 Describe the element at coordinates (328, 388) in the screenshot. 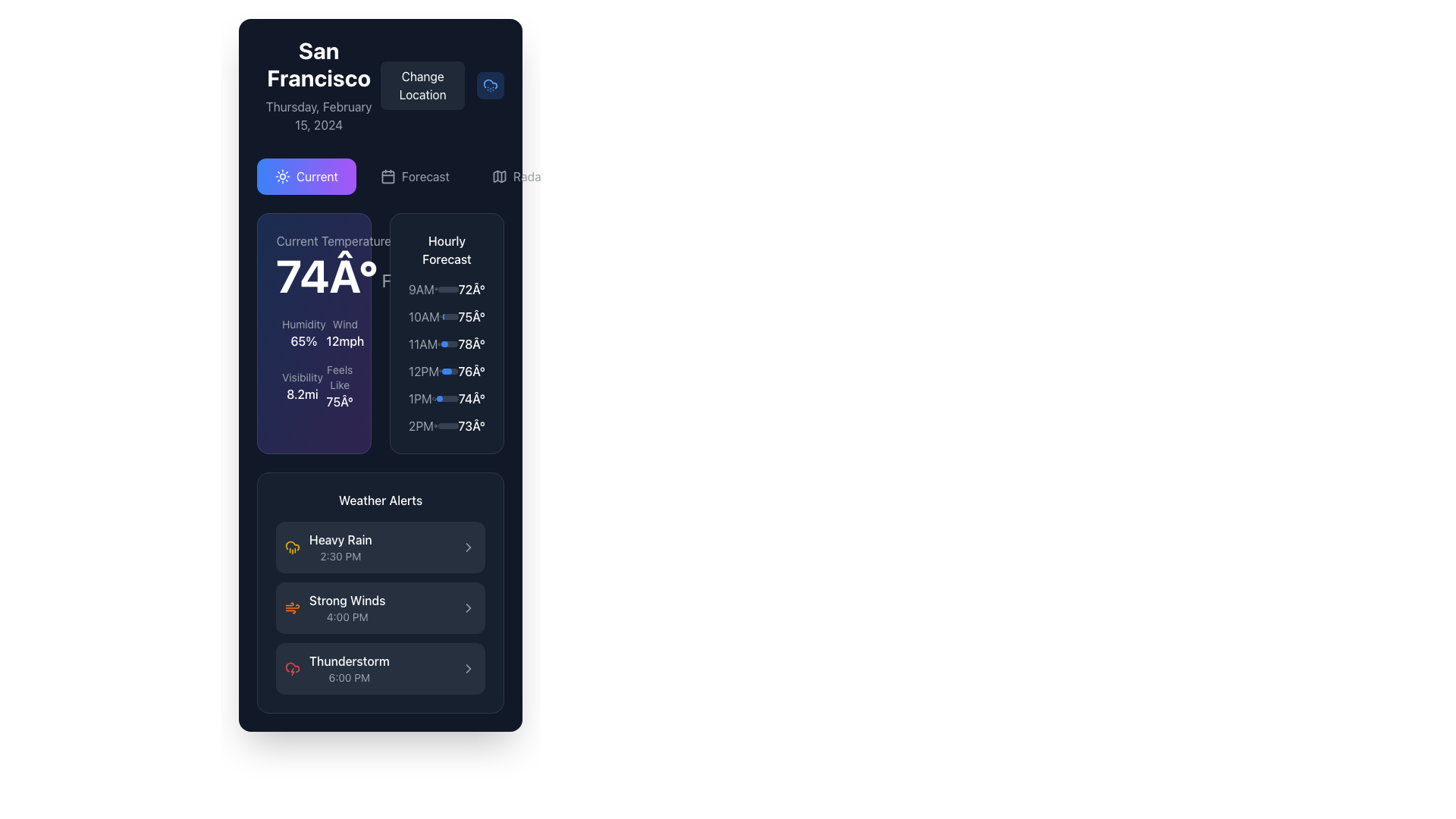

I see `the vertical thermometer icon located in the 'Current Temperature' section of the weather panel, positioned near the bottom right of the card next to the 'Feels like' temperature text` at that location.